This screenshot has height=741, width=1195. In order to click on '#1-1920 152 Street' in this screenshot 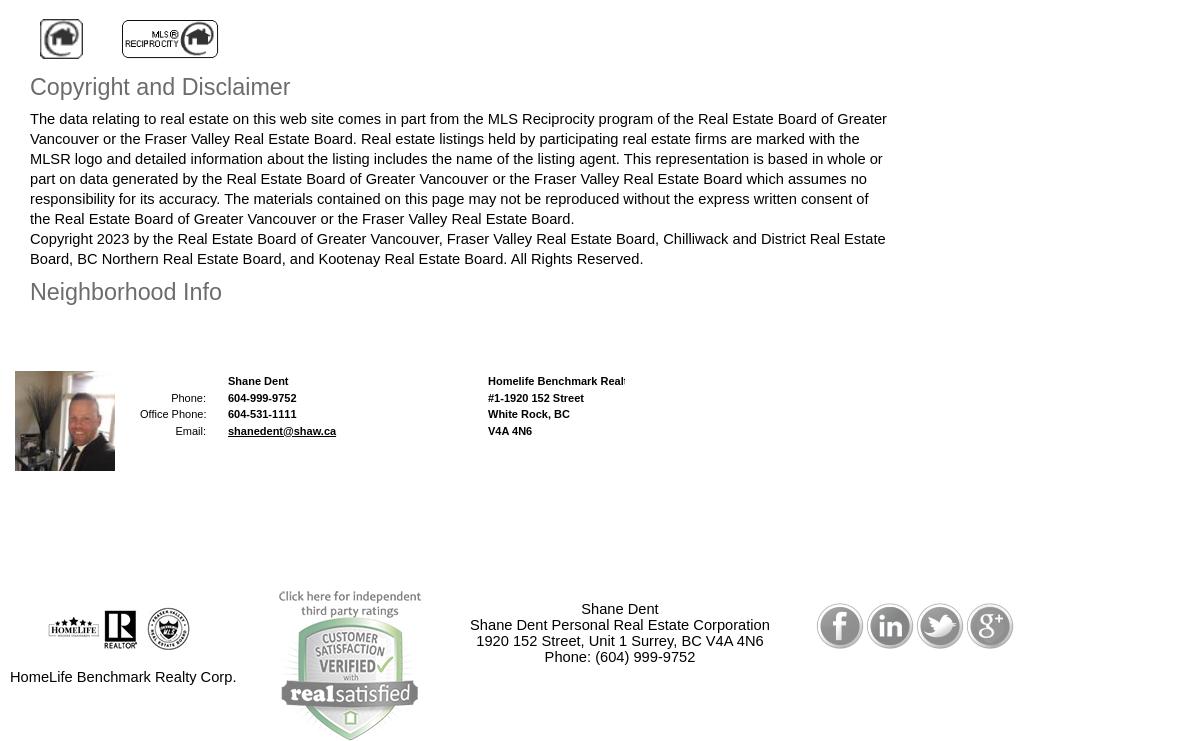, I will do `click(535, 397)`.